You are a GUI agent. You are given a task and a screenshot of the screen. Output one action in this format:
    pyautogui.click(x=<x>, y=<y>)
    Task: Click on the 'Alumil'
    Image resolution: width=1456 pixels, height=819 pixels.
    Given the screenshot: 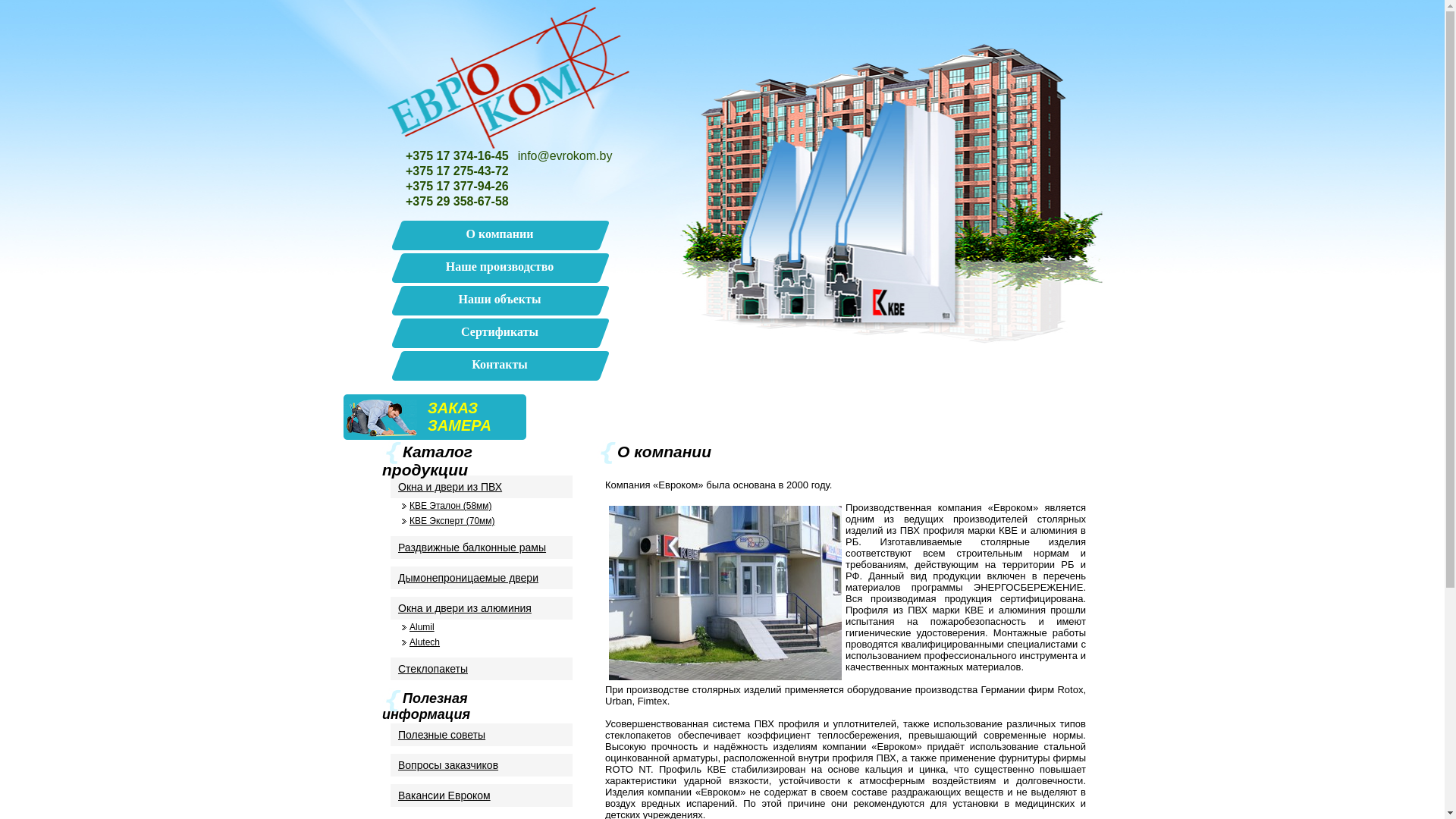 What is the action you would take?
    pyautogui.click(x=480, y=626)
    